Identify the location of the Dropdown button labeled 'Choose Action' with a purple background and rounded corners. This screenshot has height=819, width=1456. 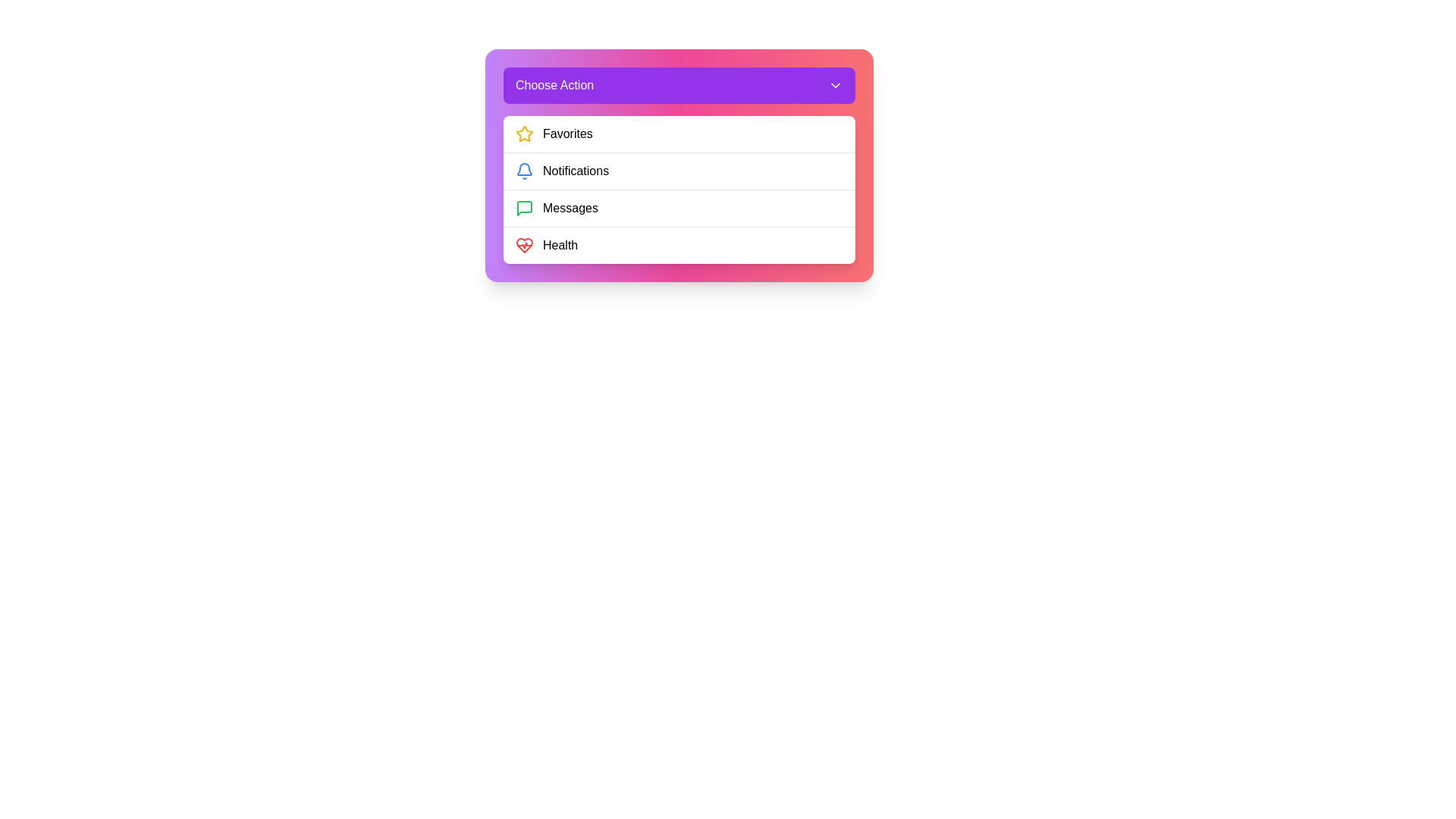
(679, 85).